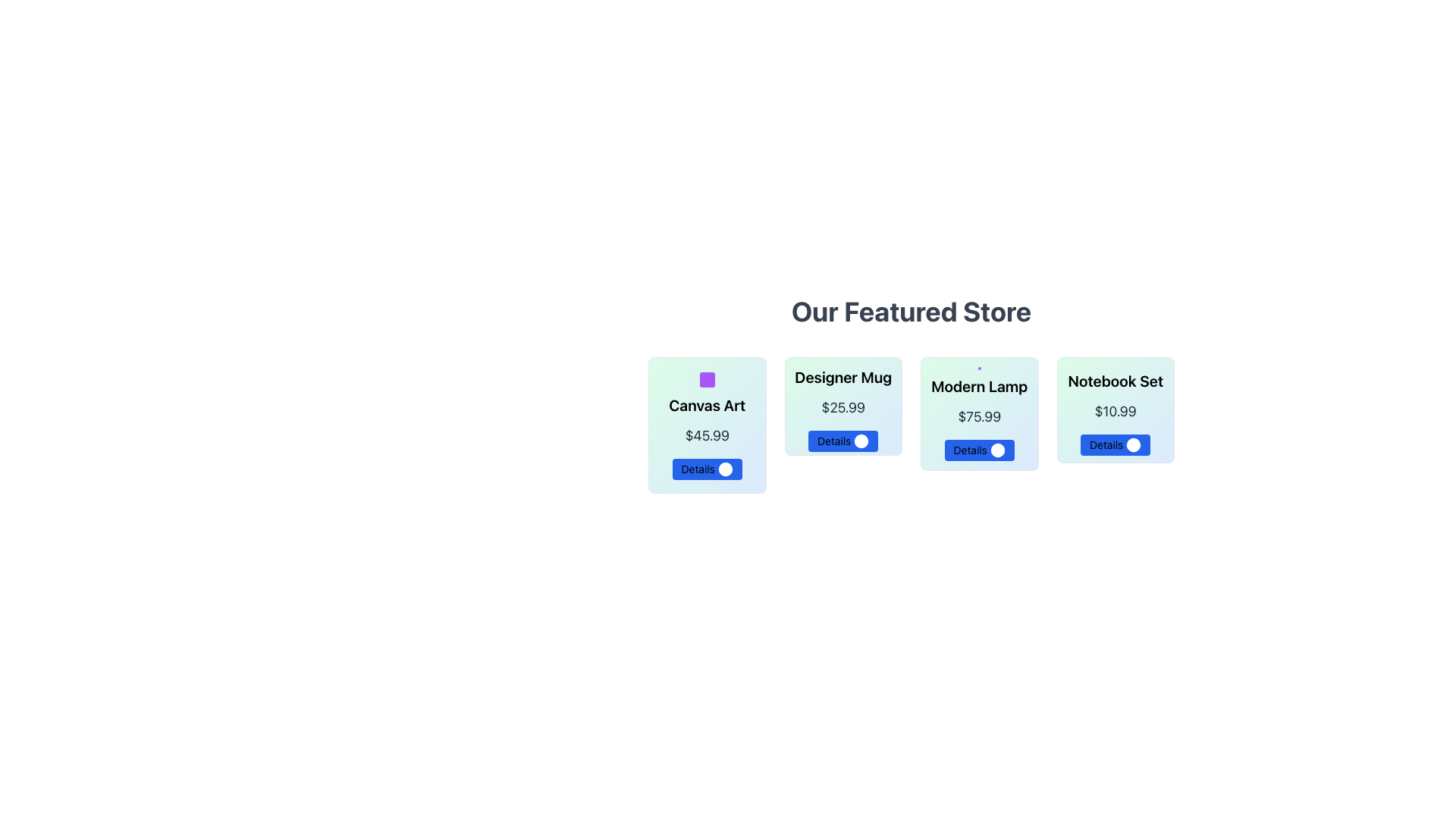 The image size is (1456, 819). I want to click on the 'Details' button, which is a rectangular button with black text on a vivid blue background, located below the price in the 'Designer Mug' card, so click(843, 441).